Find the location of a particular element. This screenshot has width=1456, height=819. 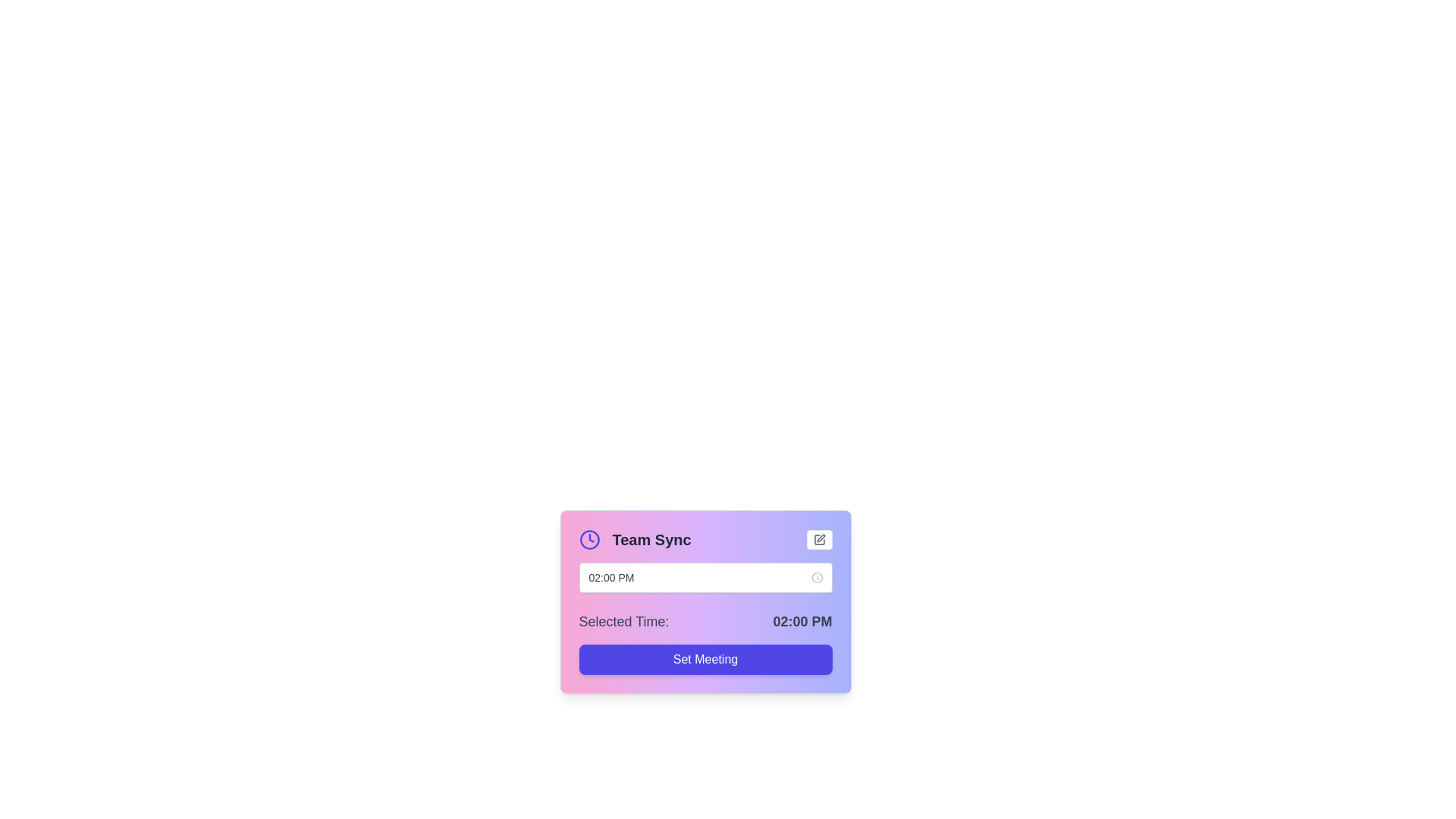

the time selection icon located at the far right of the time input interface to potentially trigger a time picker is located at coordinates (816, 578).